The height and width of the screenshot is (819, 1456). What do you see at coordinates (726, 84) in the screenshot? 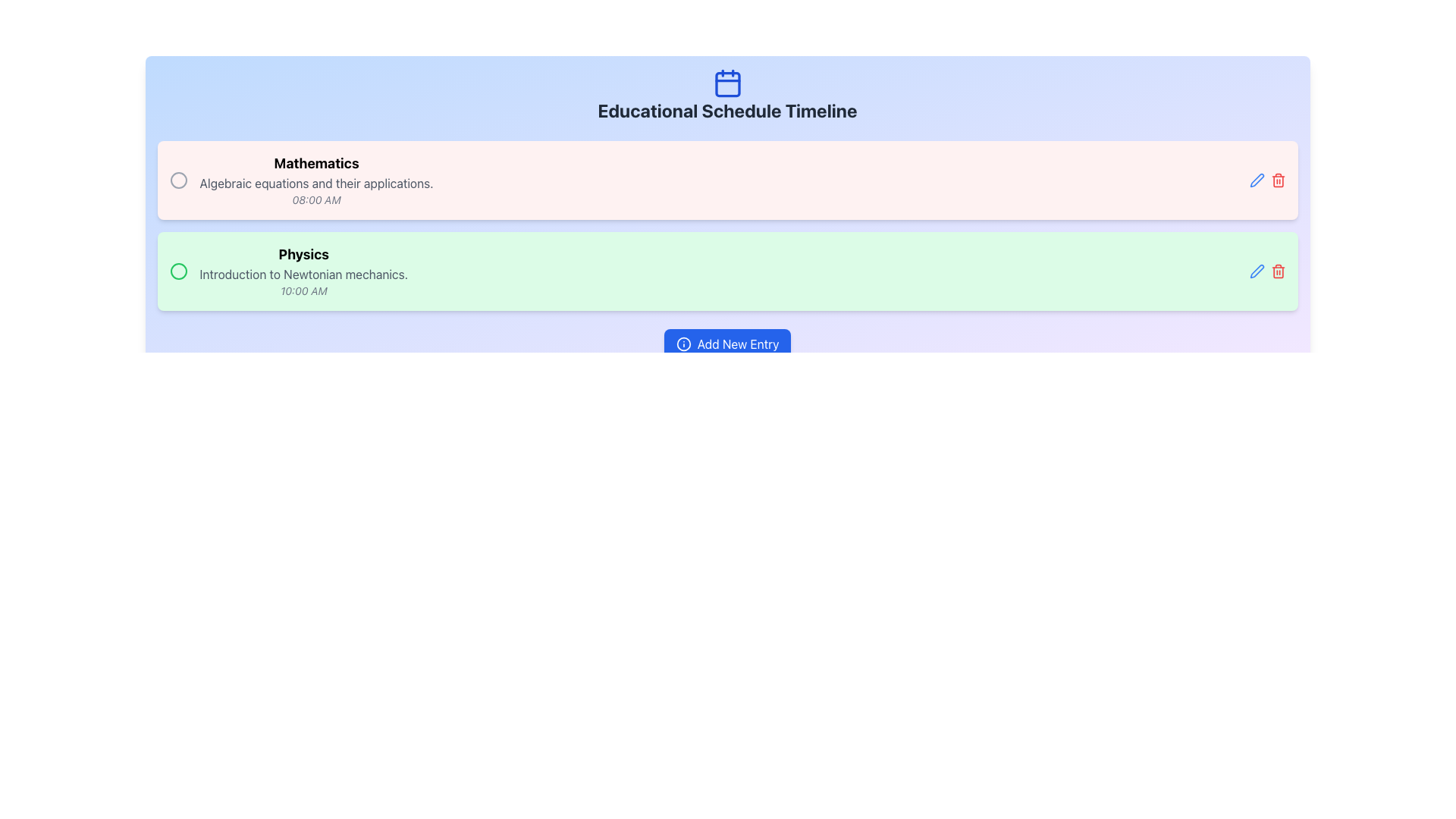
I see `the main calendar area, which is a decorative component of the calendar icon located above the 'Educational Schedule Timeline' header` at bounding box center [726, 84].